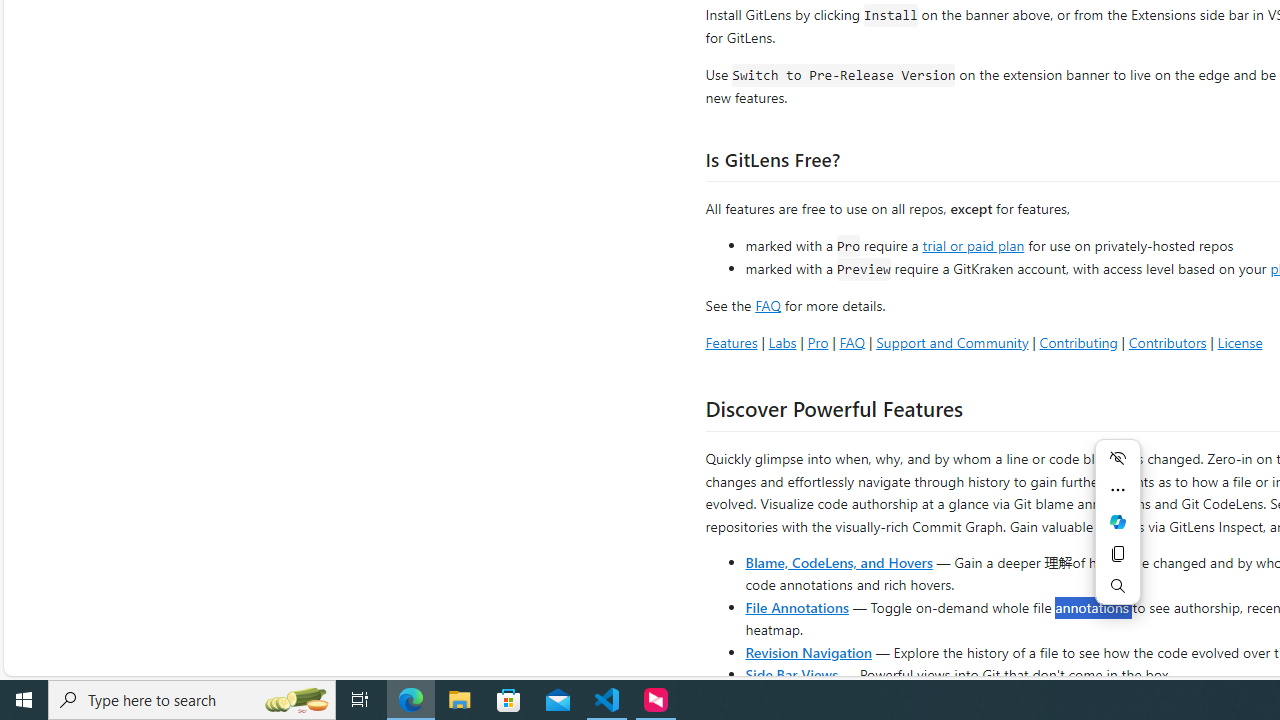 The height and width of the screenshot is (720, 1280). I want to click on 'Side Bar Views', so click(790, 673).